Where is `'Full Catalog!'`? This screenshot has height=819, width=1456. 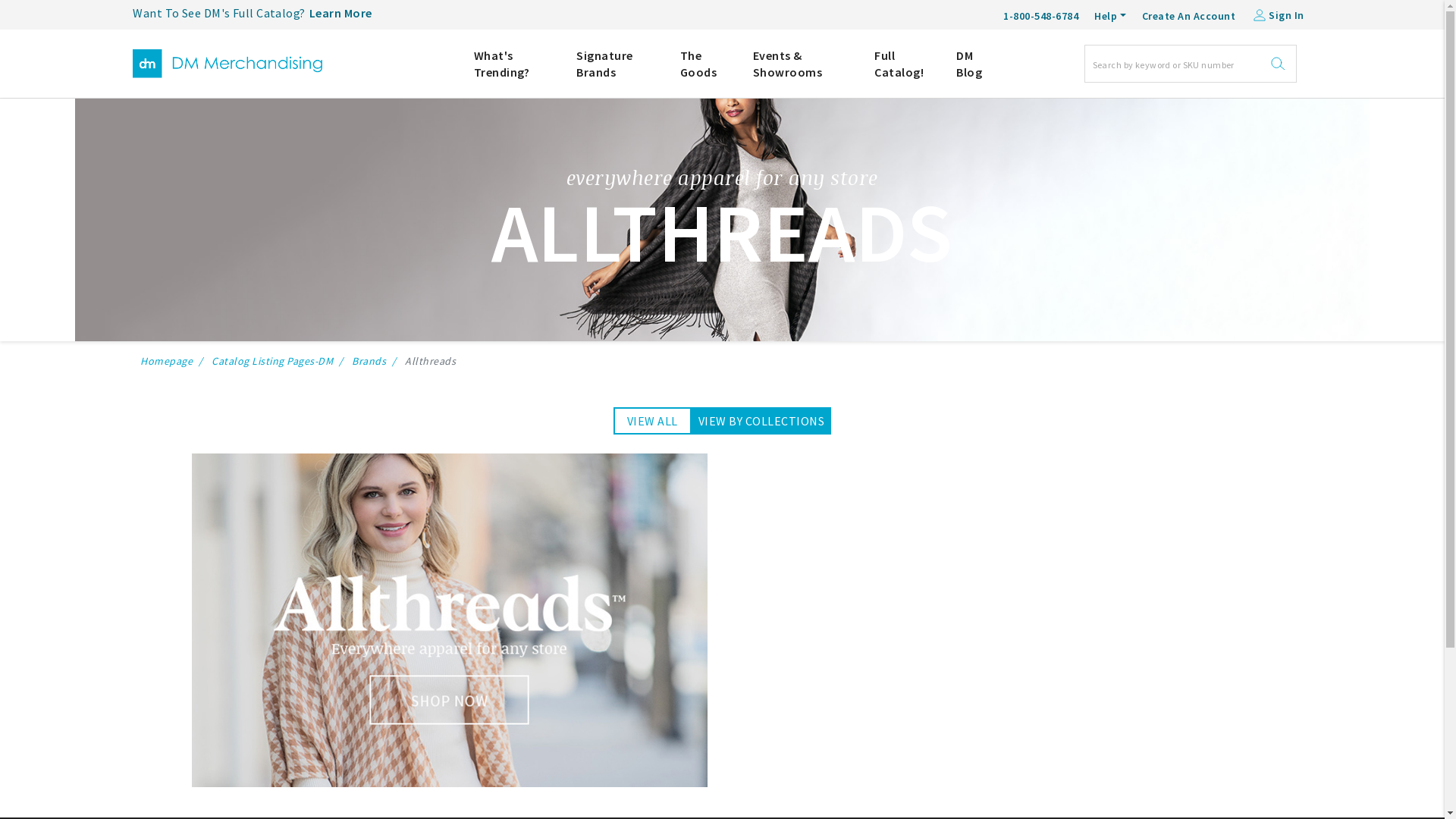
'Full Catalog!' is located at coordinates (903, 63).